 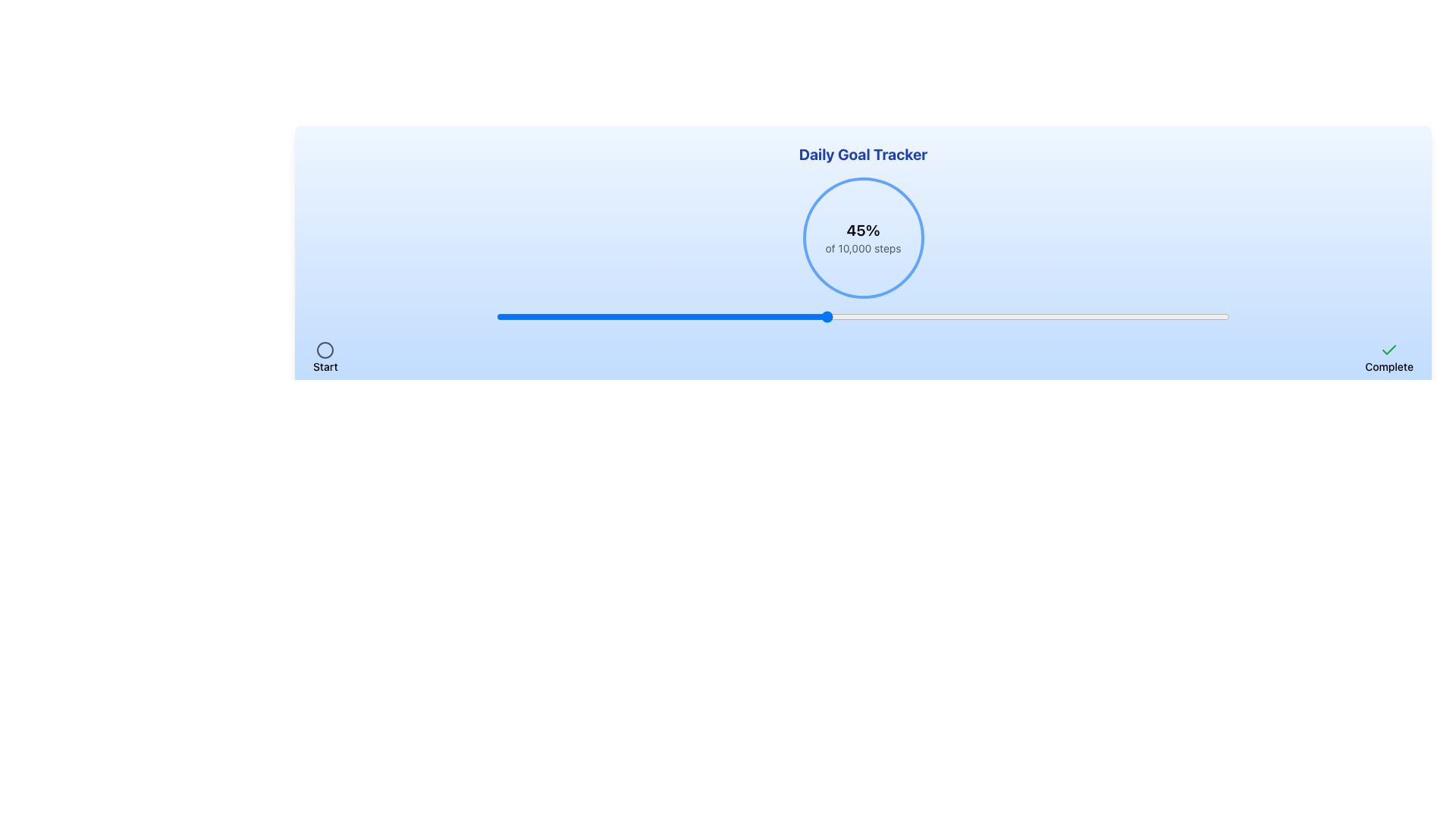 I want to click on the progress indicator located at the bottom of the 'Daily Goal Tracker' card, which spans horizontally between the 'Start' and 'Complete' labels, so click(x=863, y=357).